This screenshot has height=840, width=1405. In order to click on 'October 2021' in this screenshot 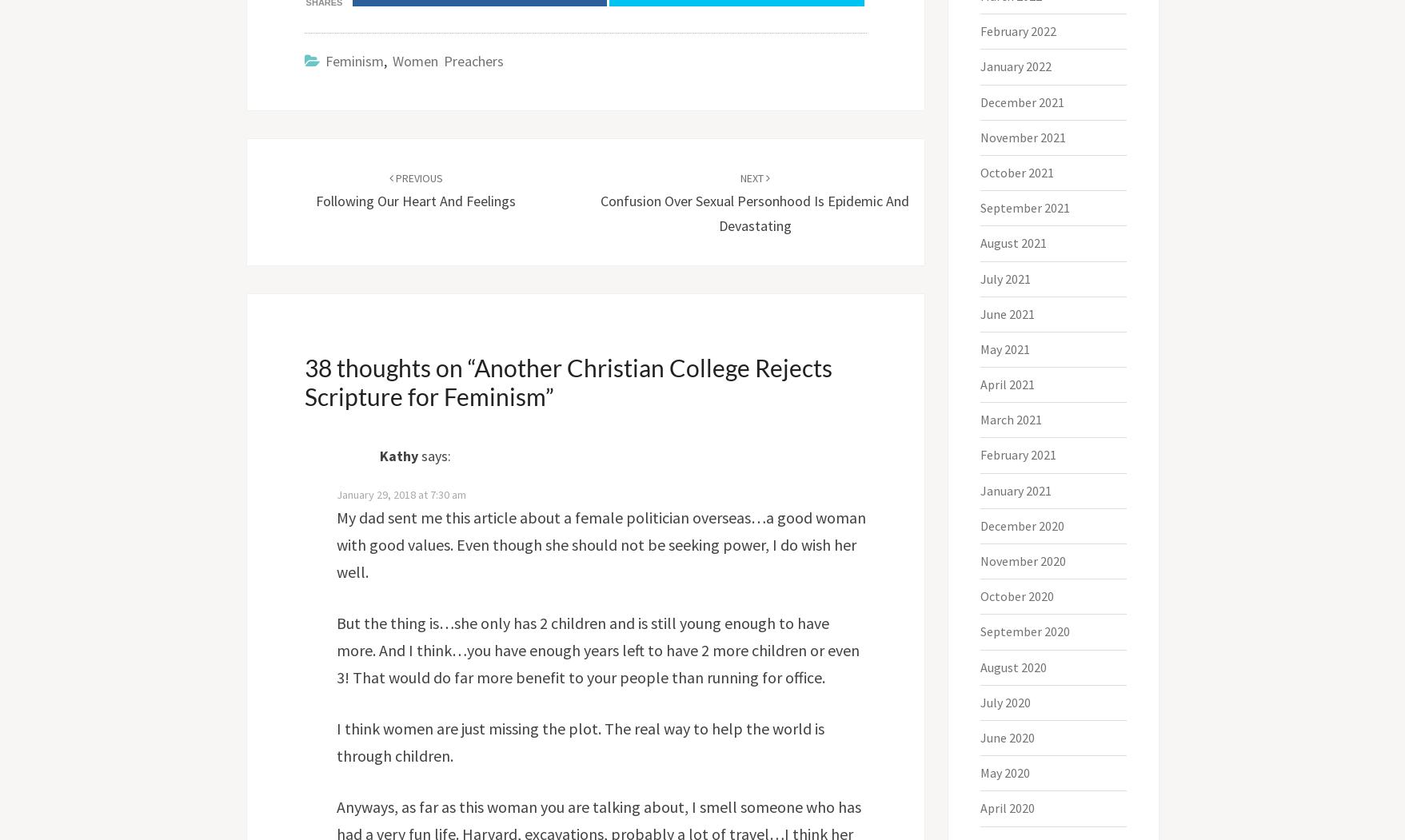, I will do `click(1017, 171)`.